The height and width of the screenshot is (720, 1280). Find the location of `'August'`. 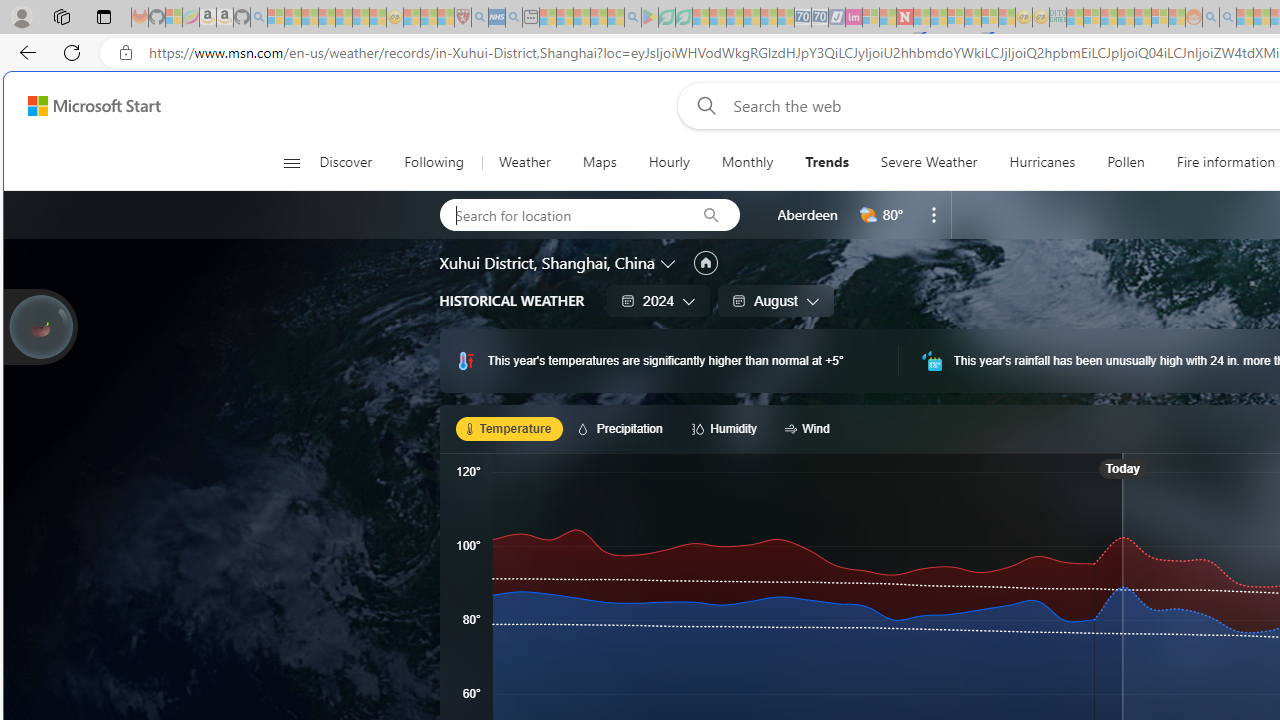

'August' is located at coordinates (774, 300).